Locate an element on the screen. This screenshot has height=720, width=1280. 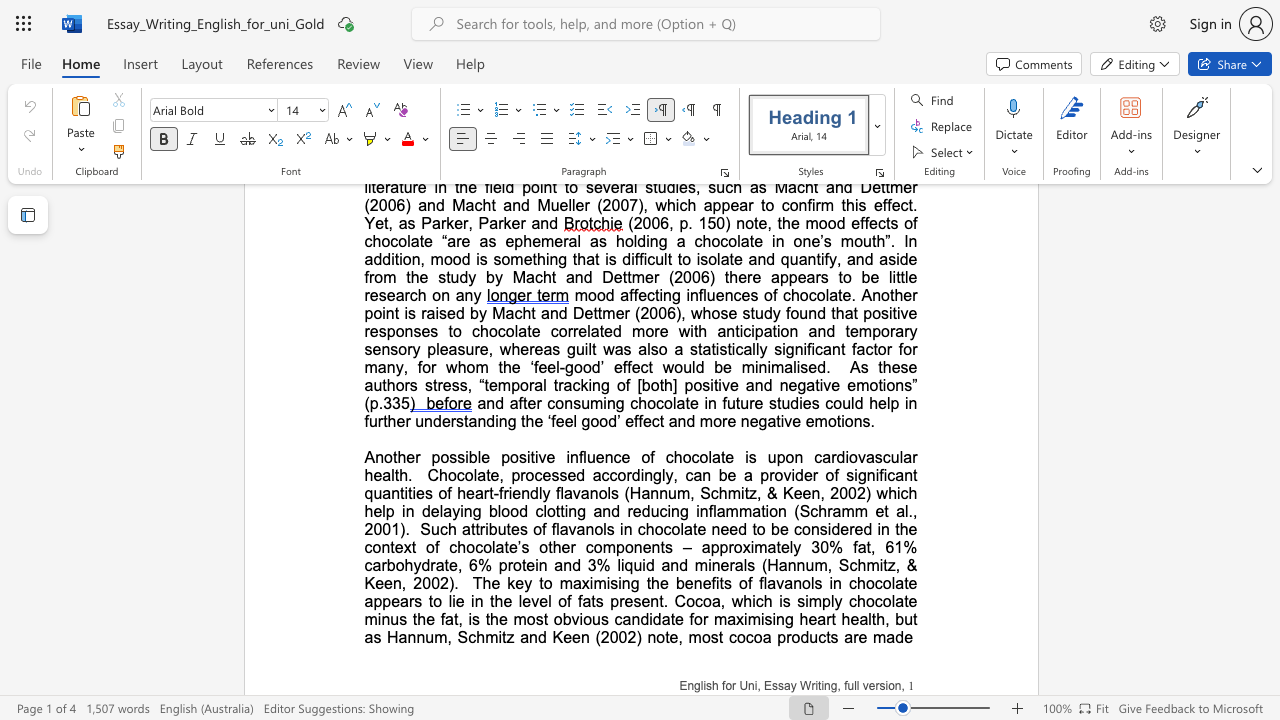
the subset text "rsi" within the text "English for Uni, Essay Writing, full version," is located at coordinates (875, 685).